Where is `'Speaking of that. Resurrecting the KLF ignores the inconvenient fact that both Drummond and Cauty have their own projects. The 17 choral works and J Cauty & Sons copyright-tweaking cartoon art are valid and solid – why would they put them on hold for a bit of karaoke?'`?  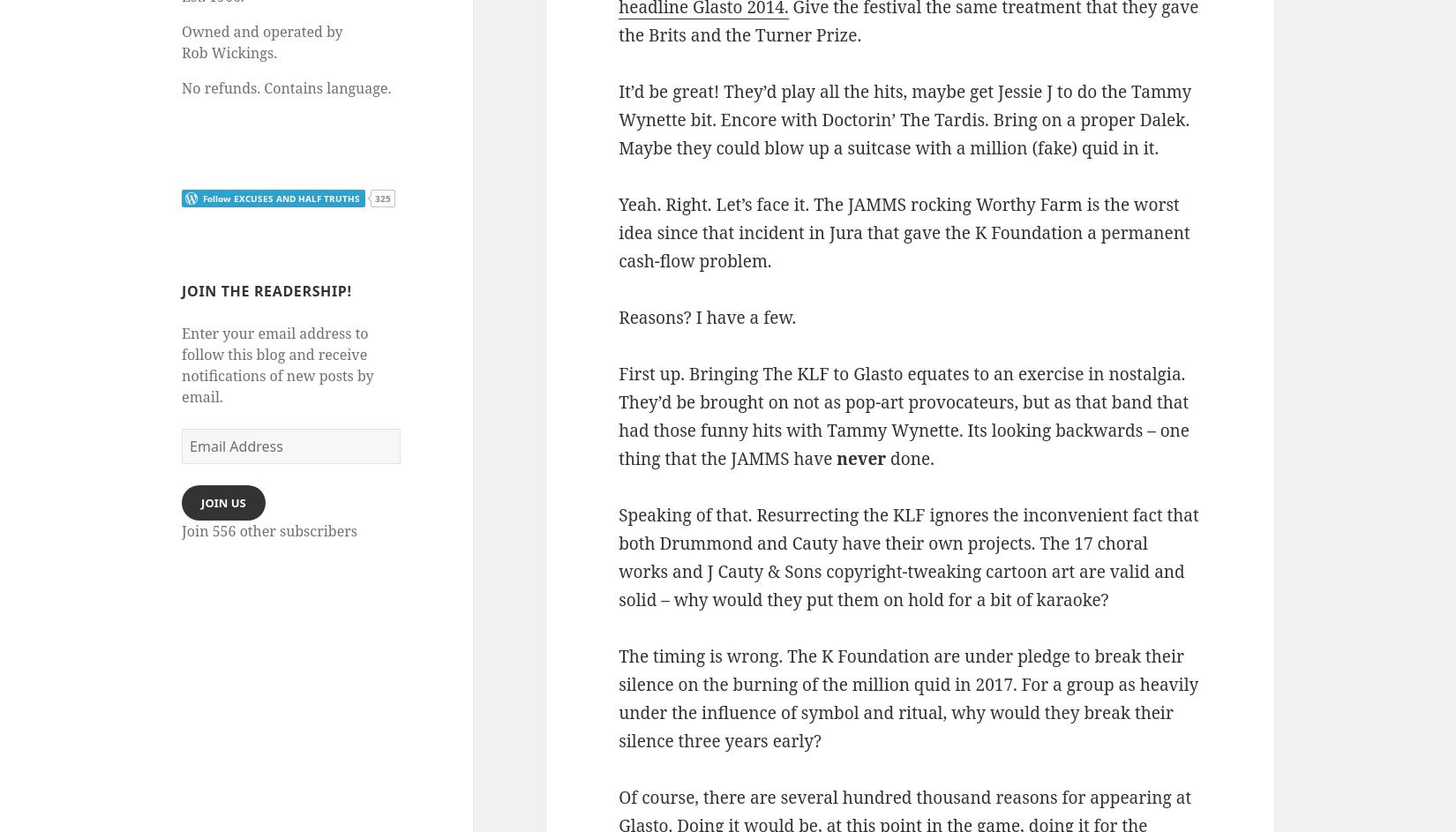 'Speaking of that. Resurrecting the KLF ignores the inconvenient fact that both Drummond and Cauty have their own projects. The 17 choral works and J Cauty & Sons copyright-tweaking cartoon art are valid and solid – why would they put them on hold for a bit of karaoke?' is located at coordinates (908, 557).